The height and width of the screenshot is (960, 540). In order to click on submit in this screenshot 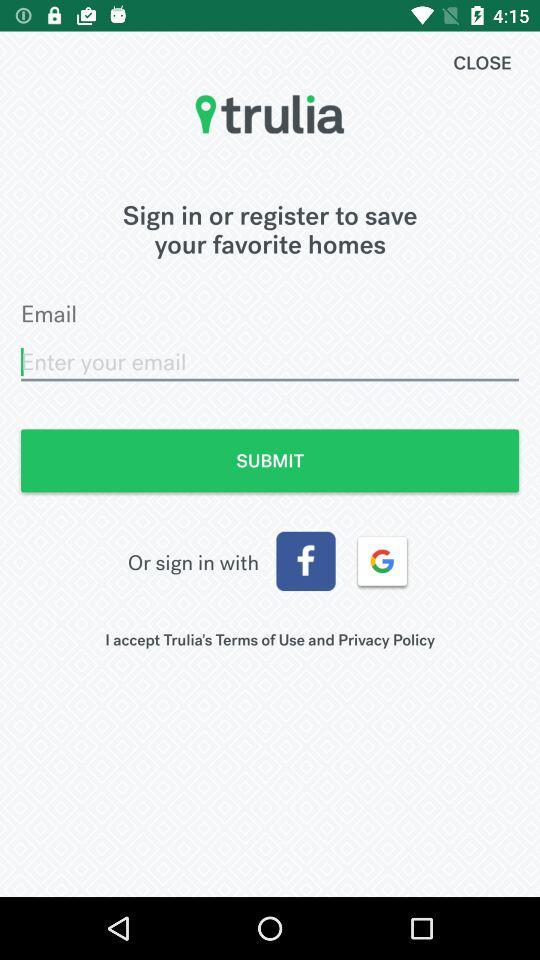, I will do `click(270, 460)`.